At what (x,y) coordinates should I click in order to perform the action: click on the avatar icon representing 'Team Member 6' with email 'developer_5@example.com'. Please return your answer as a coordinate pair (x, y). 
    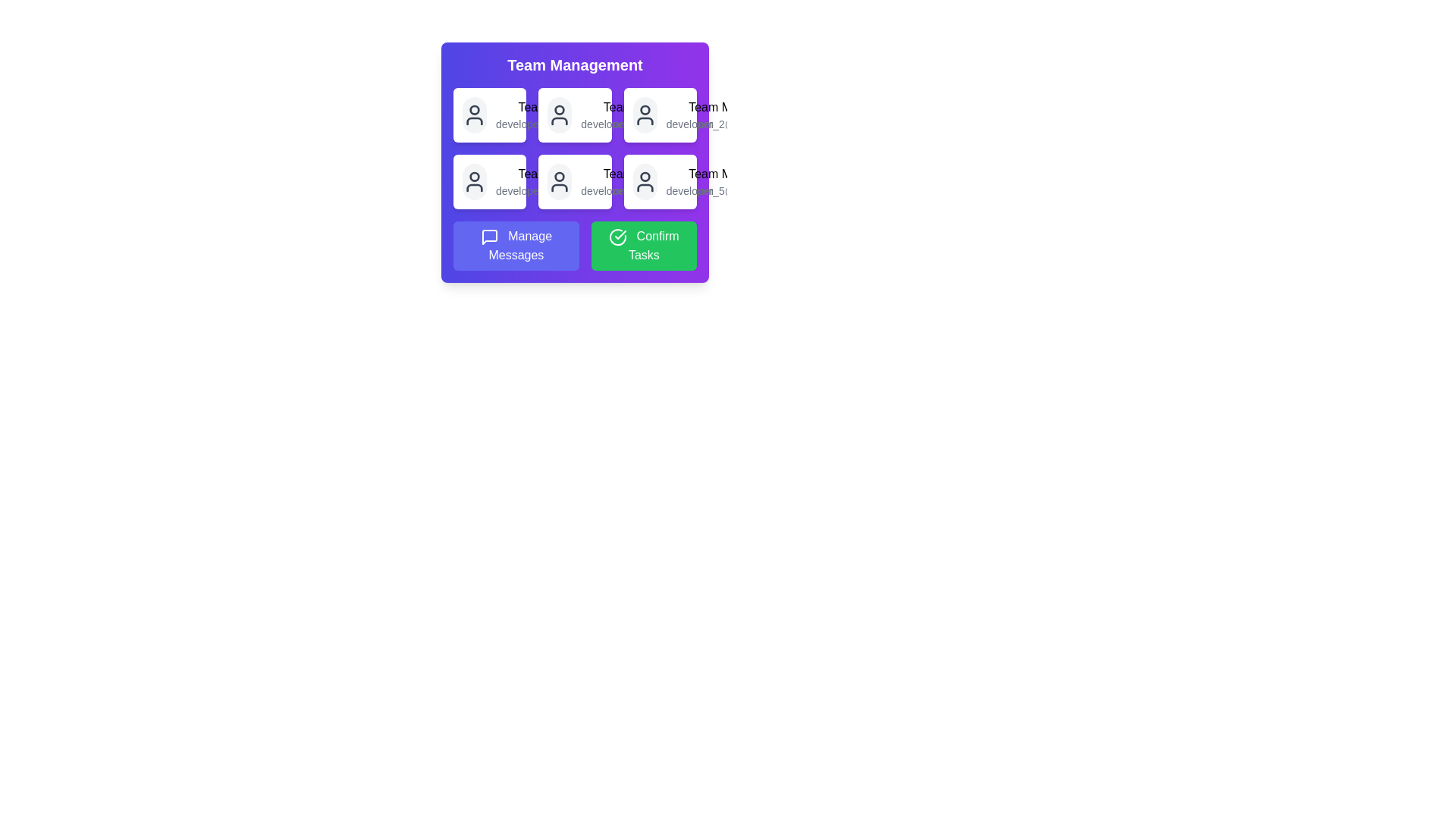
    Looking at the image, I should click on (645, 180).